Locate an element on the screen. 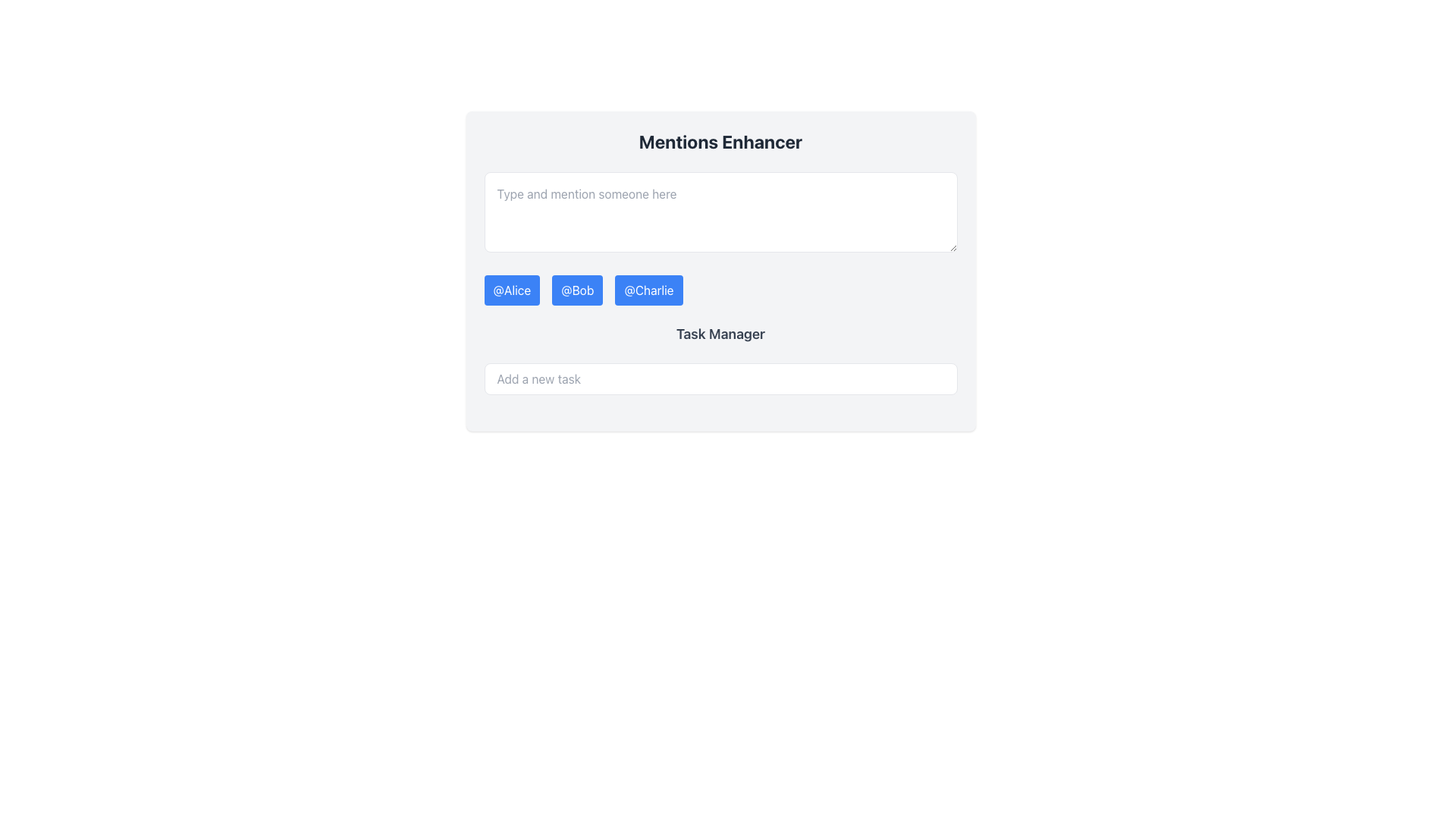 This screenshot has height=819, width=1456. the blue button labeled '@Charlie' to mention the user is located at coordinates (648, 290).